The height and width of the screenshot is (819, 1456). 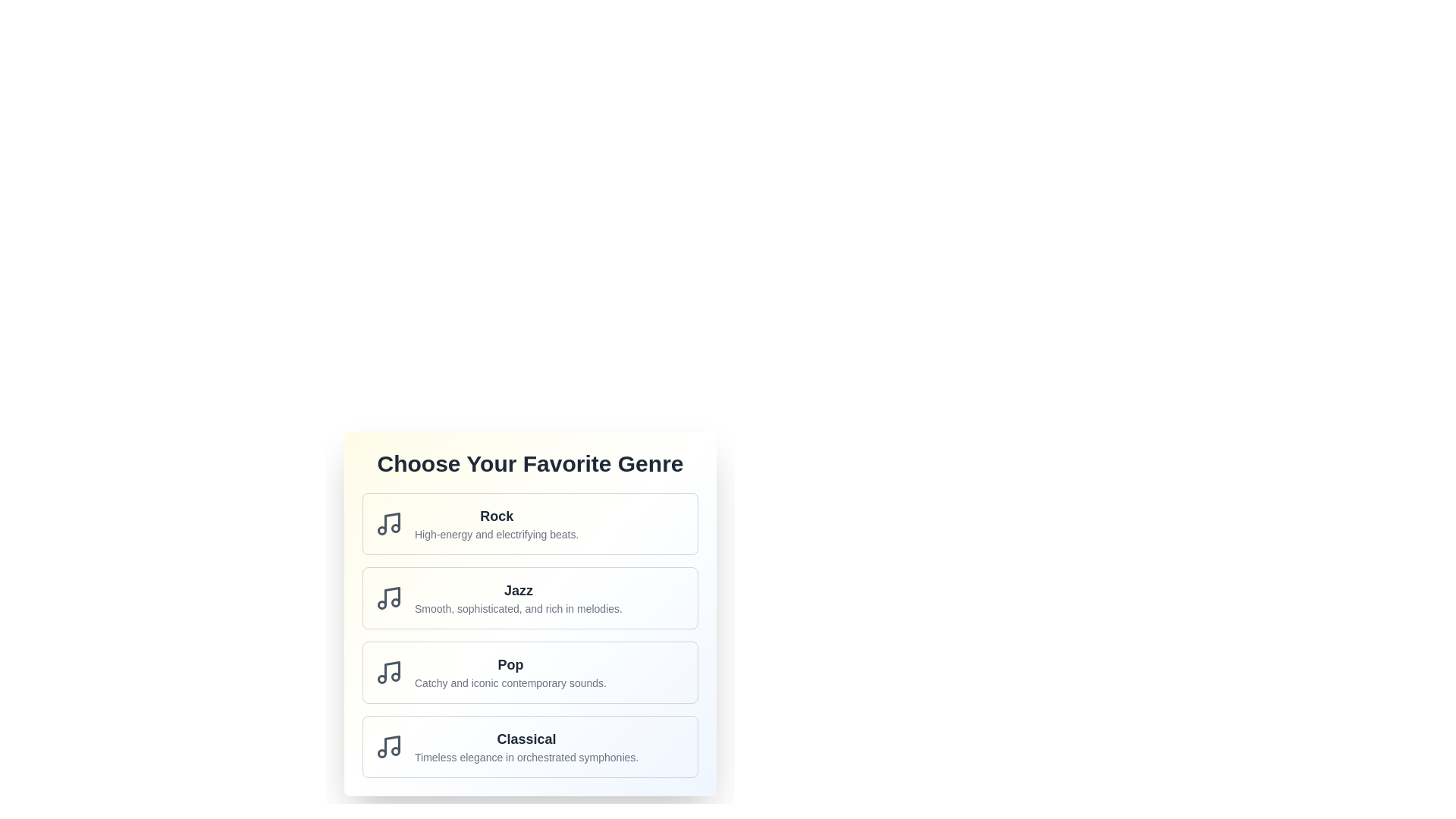 I want to click on the text label displaying 'Catchy and iconic contemporary sounds.' which is located beneath the 'Pop' label within the genre selection card, so click(x=510, y=683).